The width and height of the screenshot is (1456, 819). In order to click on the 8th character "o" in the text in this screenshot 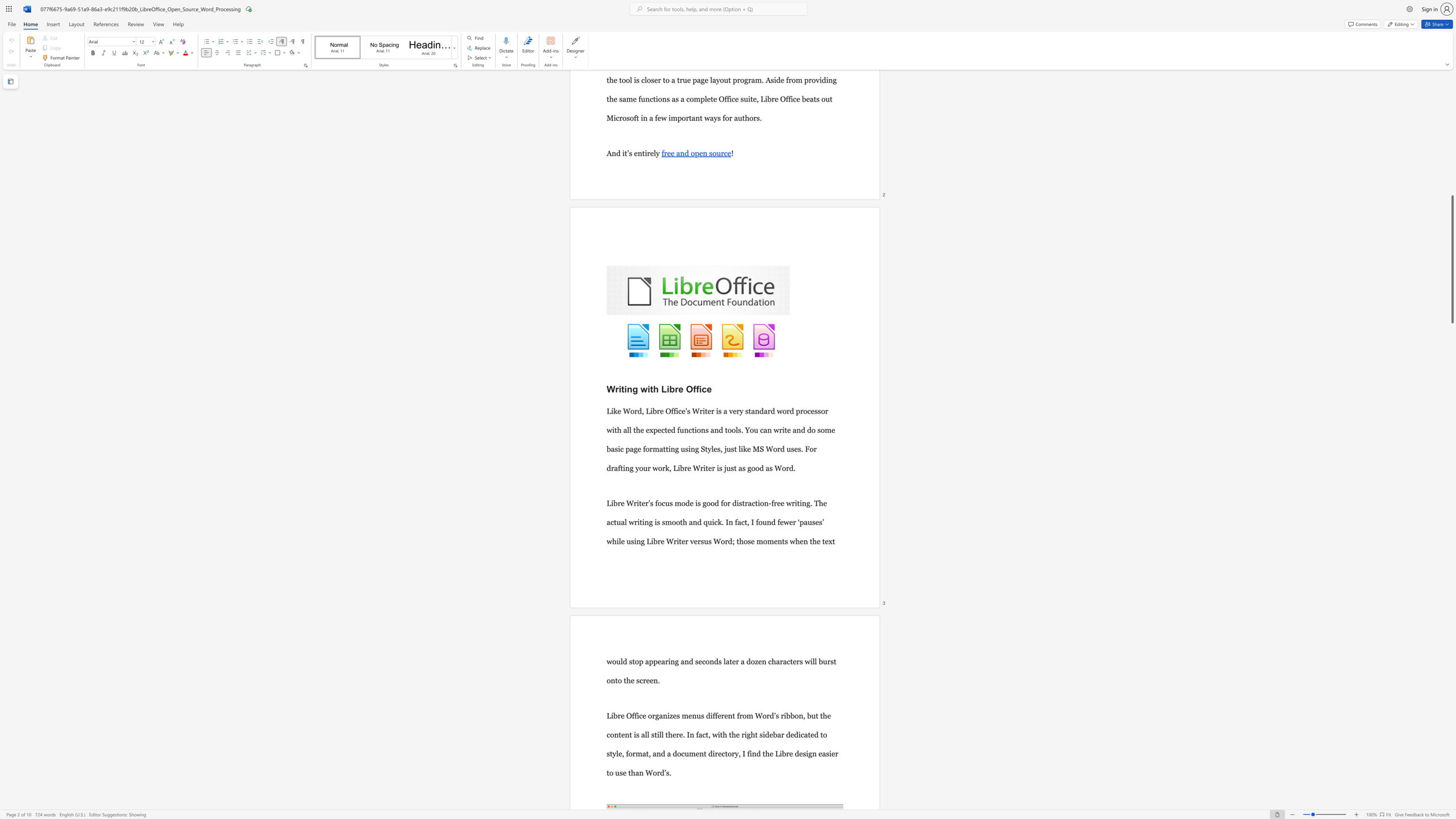, I will do `click(679, 753)`.